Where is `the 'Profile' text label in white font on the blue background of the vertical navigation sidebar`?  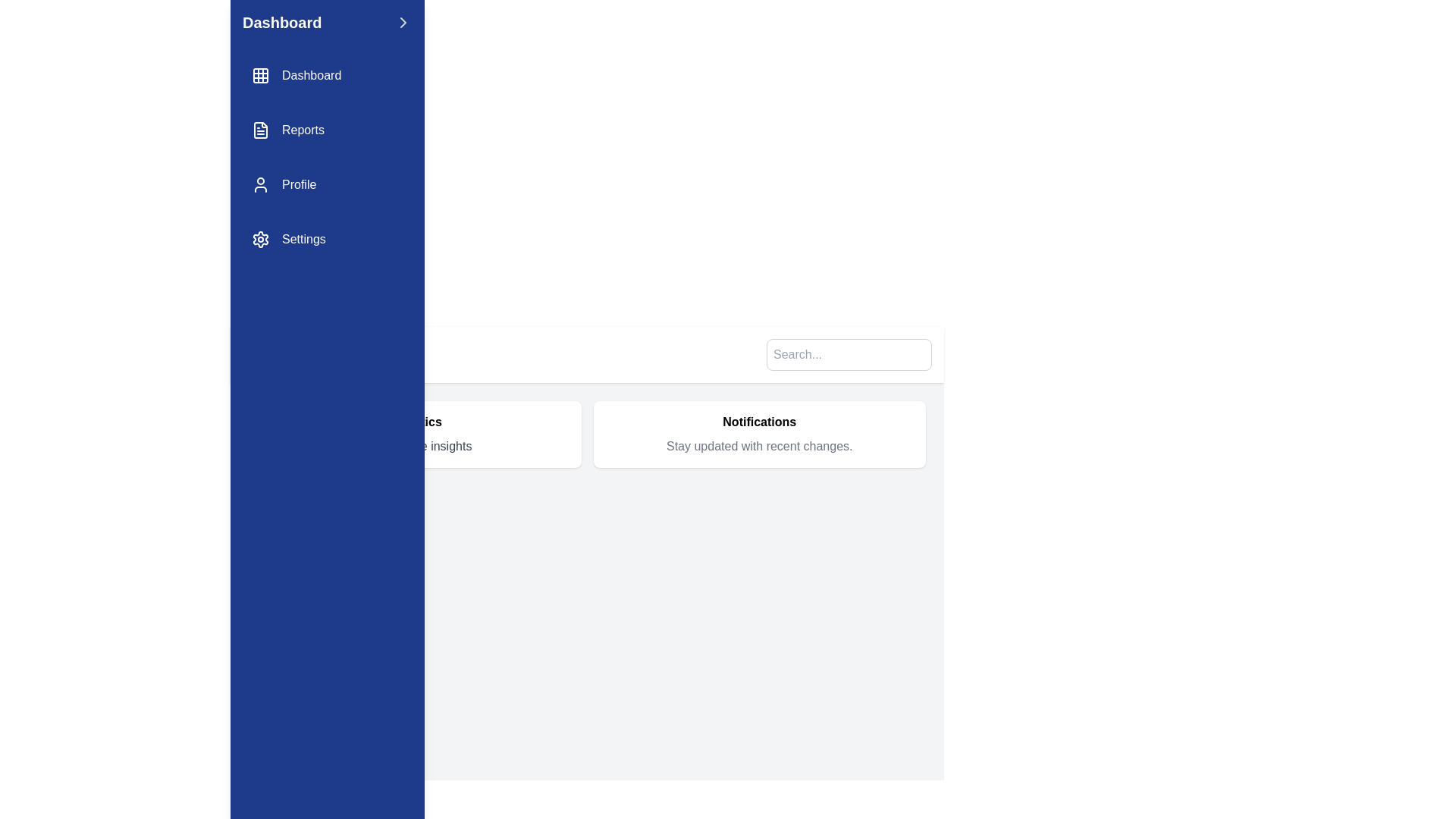
the 'Profile' text label in white font on the blue background of the vertical navigation sidebar is located at coordinates (299, 184).